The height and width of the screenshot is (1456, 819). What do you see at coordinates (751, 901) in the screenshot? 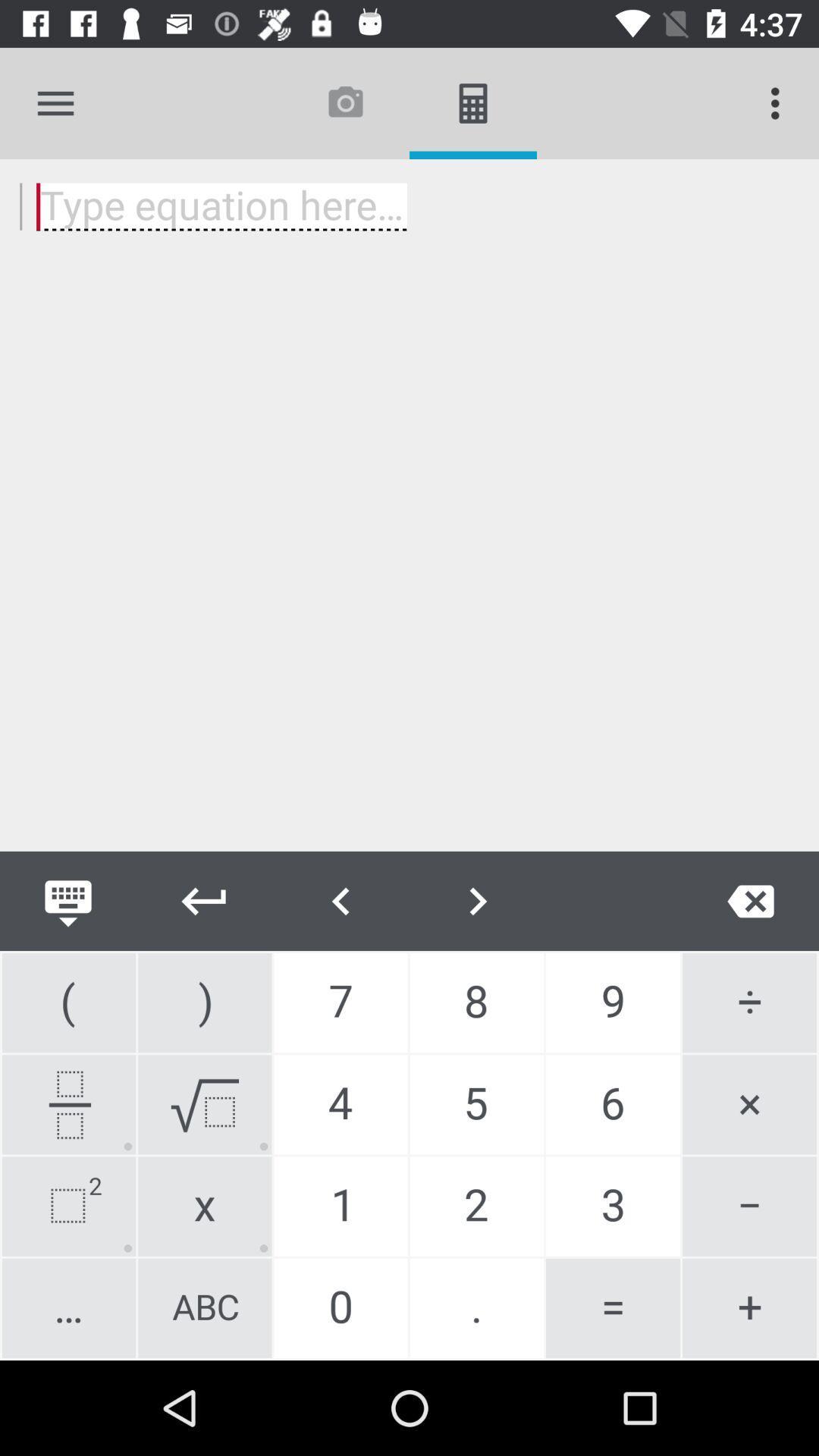
I see `the close icon` at bounding box center [751, 901].